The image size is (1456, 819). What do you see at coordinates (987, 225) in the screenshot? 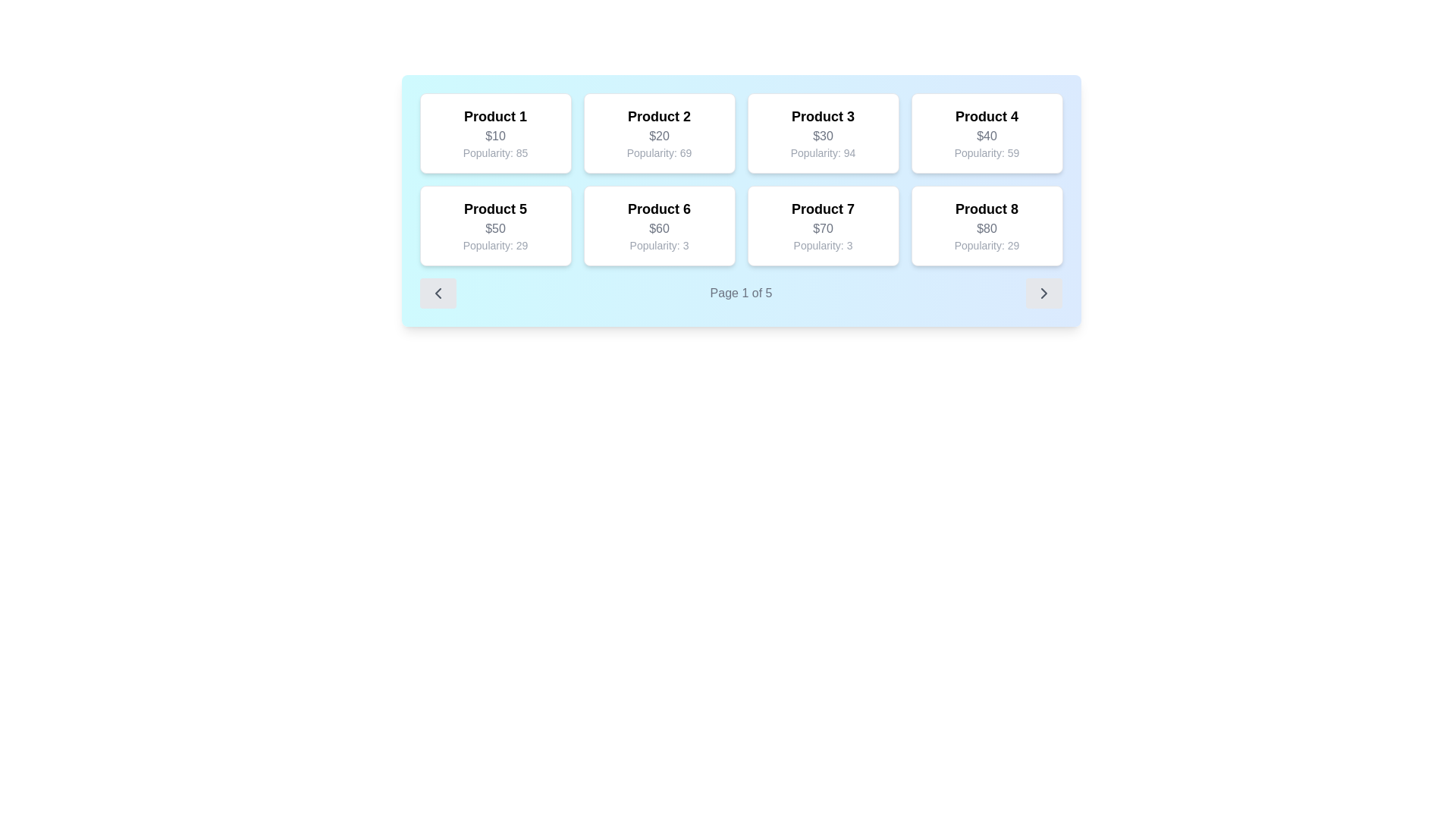
I see `the informational card displaying product details located in the second row and fourth column of the product grid` at bounding box center [987, 225].